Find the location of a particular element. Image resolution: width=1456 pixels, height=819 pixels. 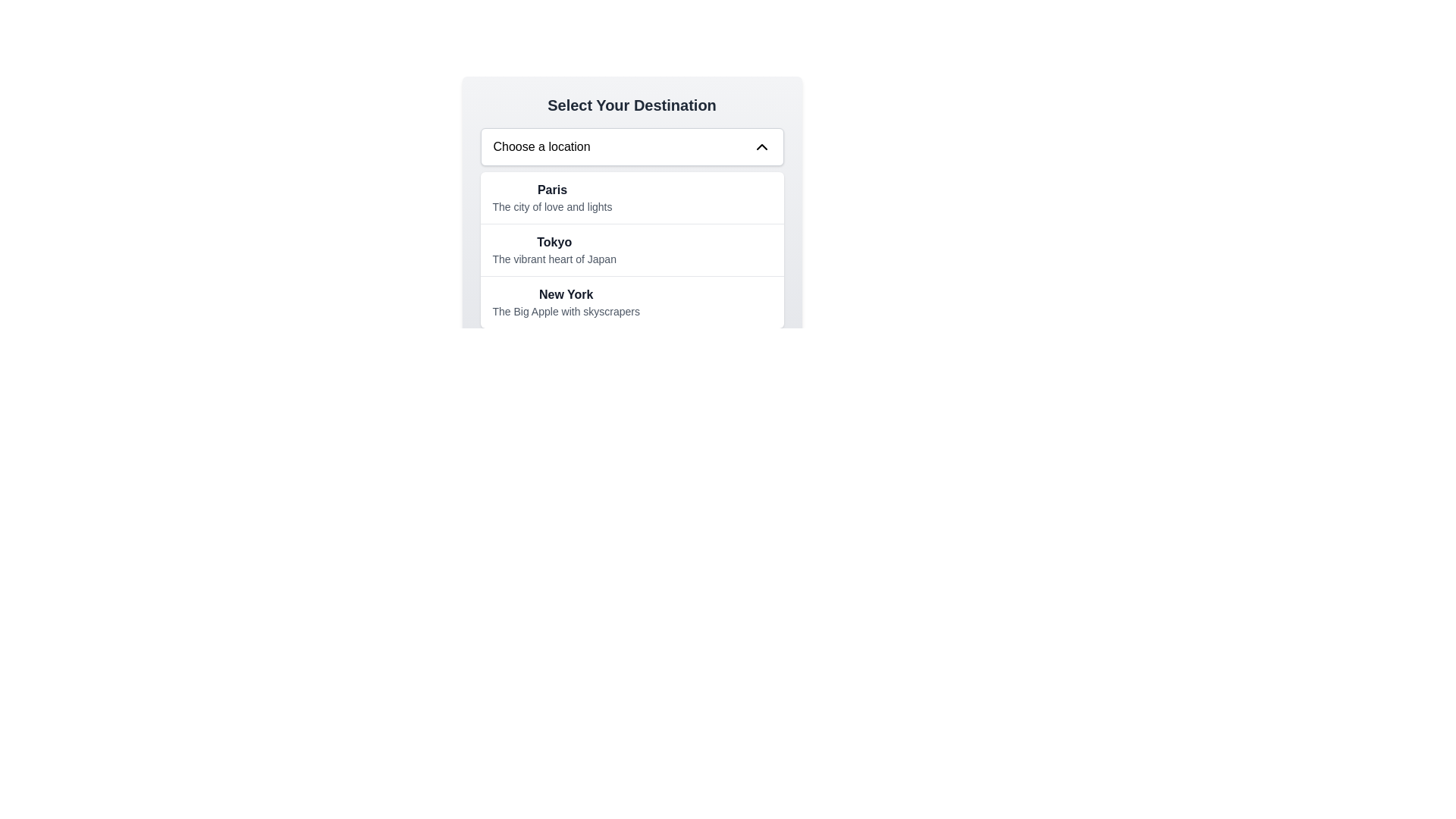

the bold, large-font text label saying 'Paris', which is styled in black and located within the 'Select Your Destination' dropdown menu is located at coordinates (551, 189).